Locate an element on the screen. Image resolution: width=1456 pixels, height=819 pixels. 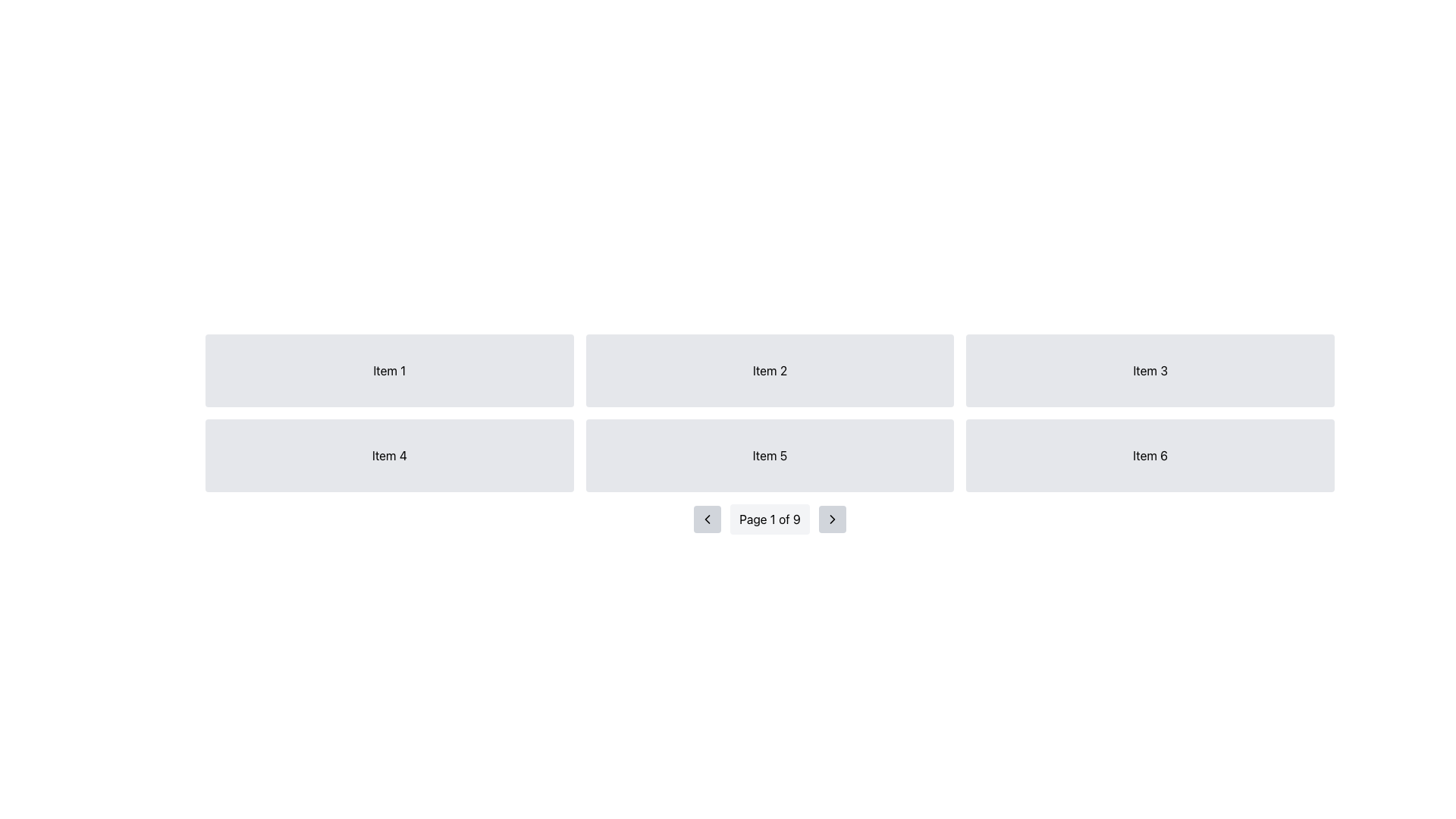
the right-facing chevron icon is located at coordinates (831, 519).